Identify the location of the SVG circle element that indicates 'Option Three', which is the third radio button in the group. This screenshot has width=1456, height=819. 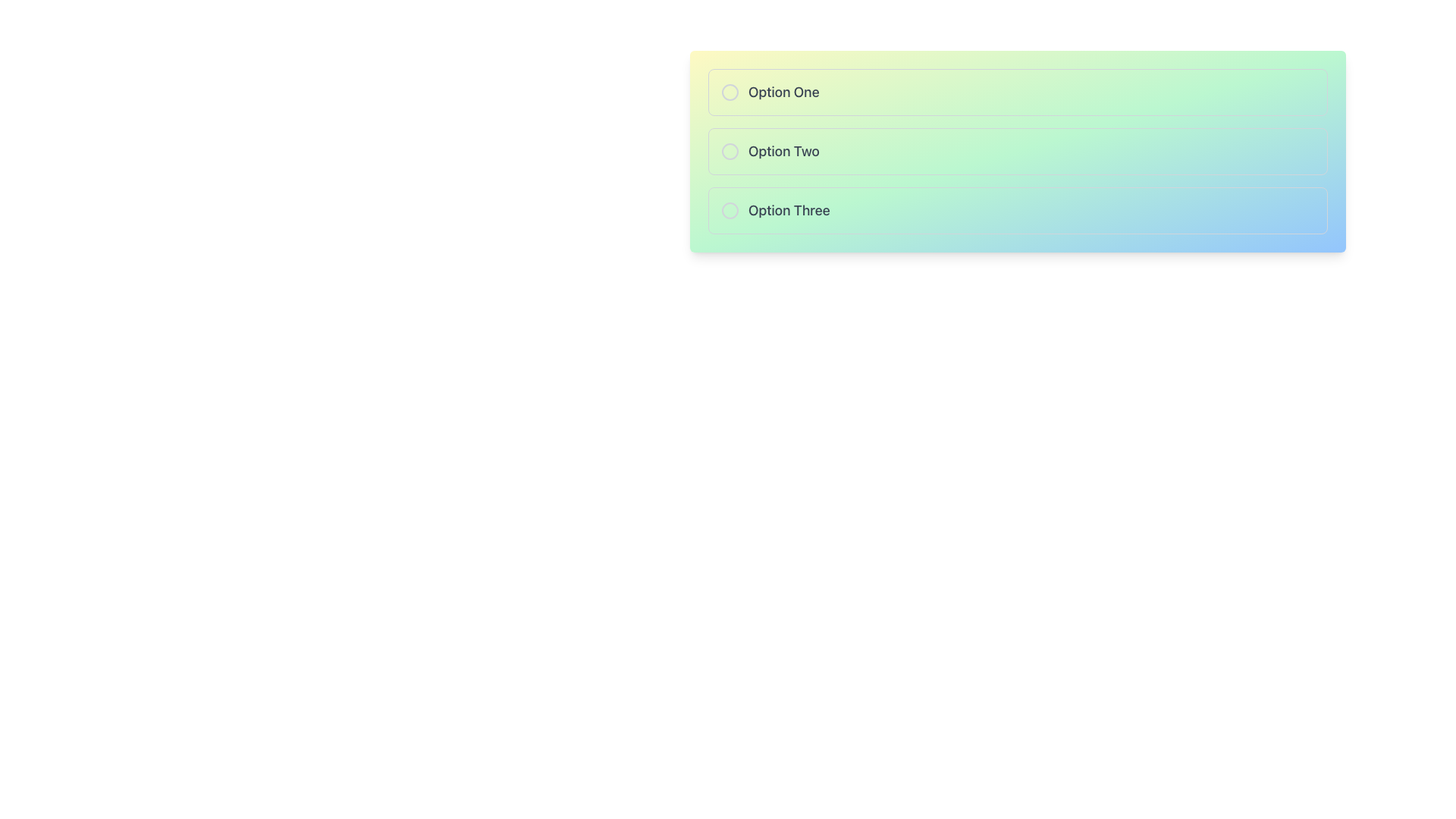
(730, 210).